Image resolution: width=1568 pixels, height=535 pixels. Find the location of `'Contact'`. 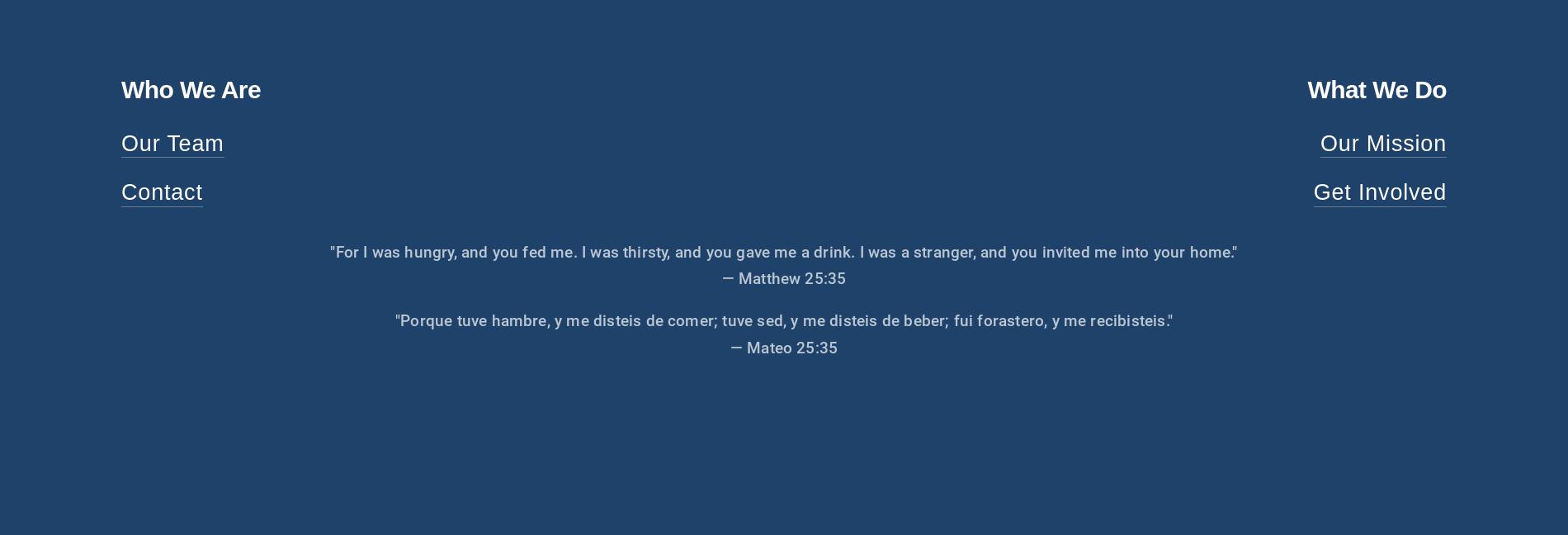

'Contact' is located at coordinates (162, 192).